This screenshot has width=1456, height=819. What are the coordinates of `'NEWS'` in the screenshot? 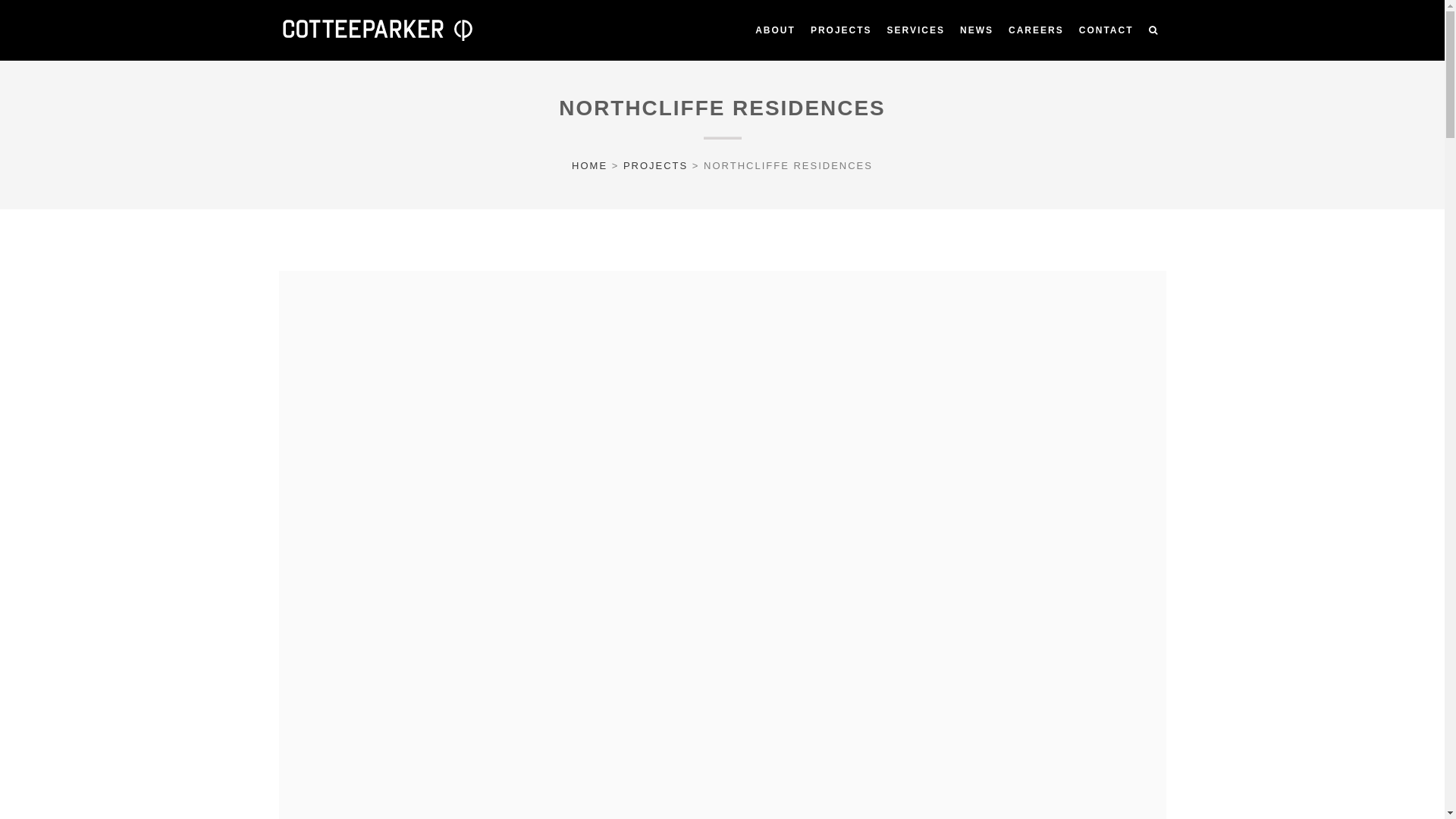 It's located at (976, 30).